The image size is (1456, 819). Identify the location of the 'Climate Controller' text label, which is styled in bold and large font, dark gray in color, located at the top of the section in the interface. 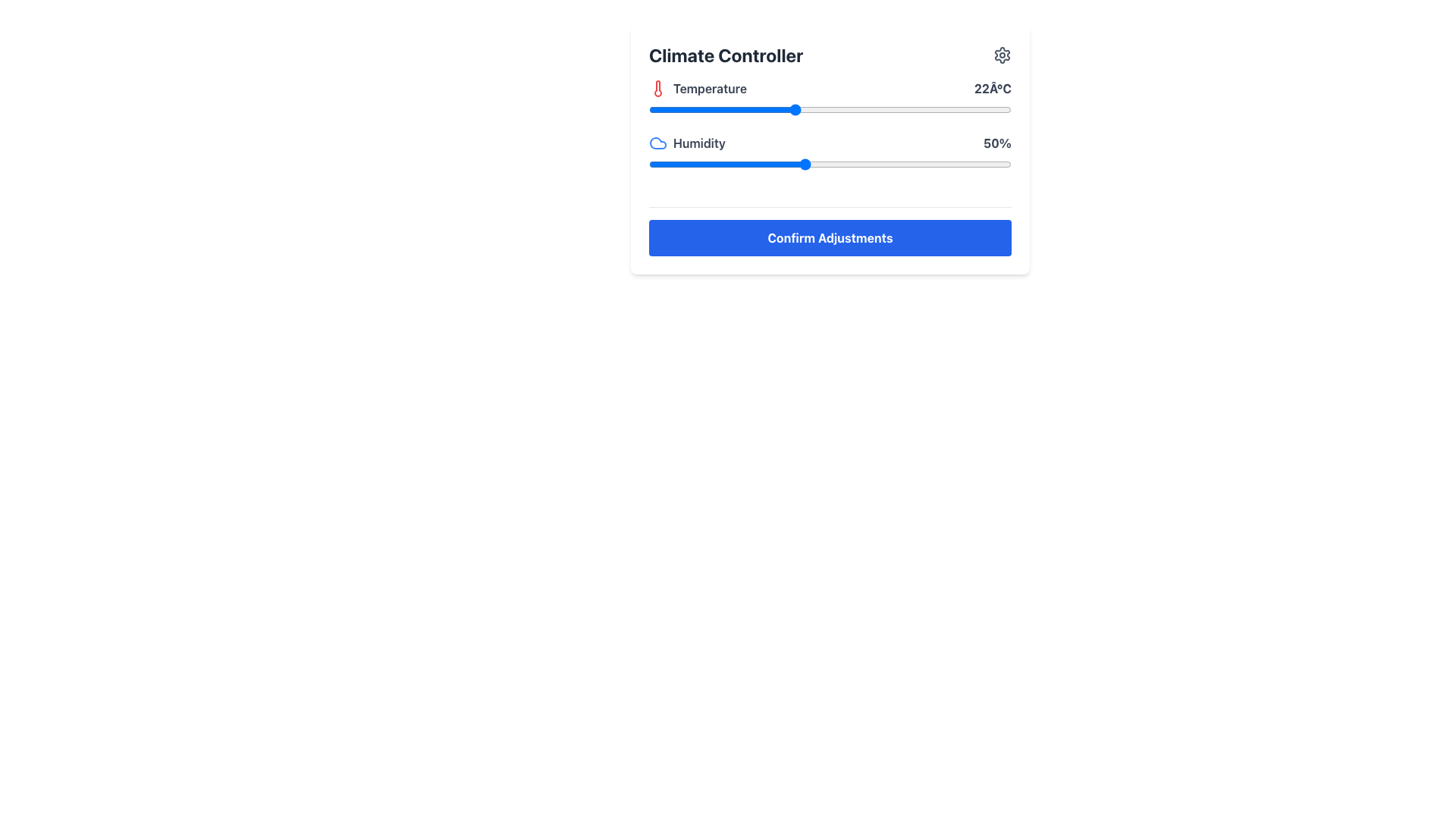
(725, 55).